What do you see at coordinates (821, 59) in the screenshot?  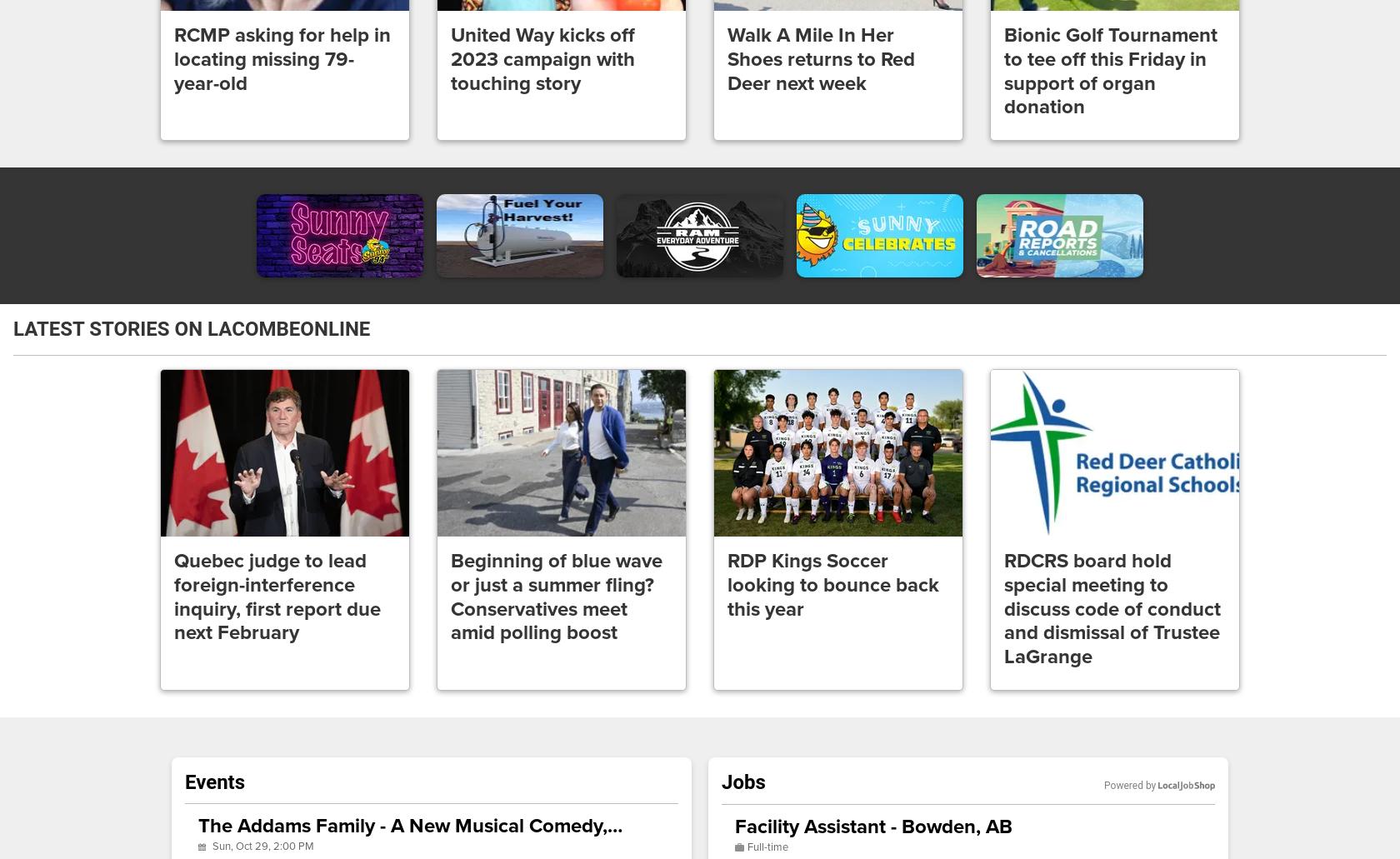 I see `'Walk A Mile In Her Shoes returns to Red Deer next week'` at bounding box center [821, 59].